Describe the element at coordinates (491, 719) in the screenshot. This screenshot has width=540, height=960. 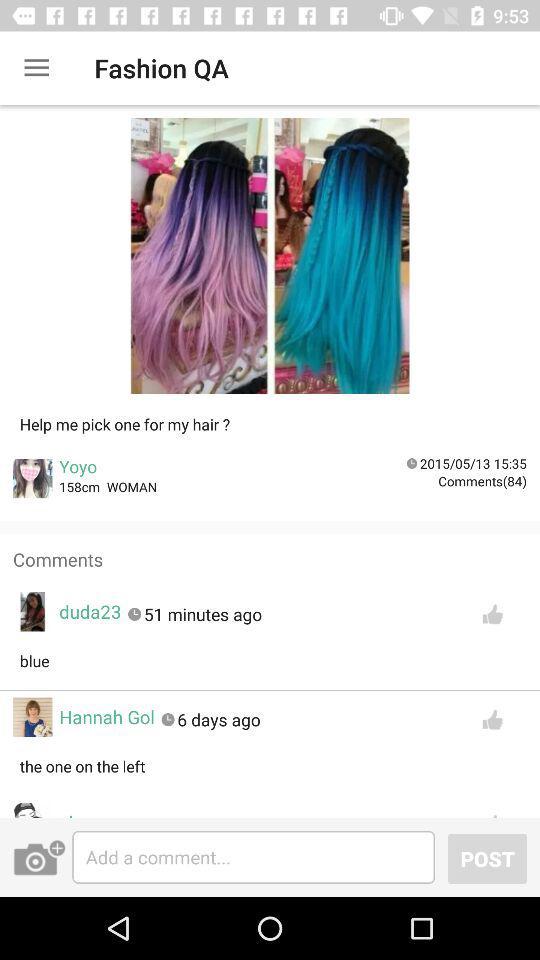
I see `like button` at that location.